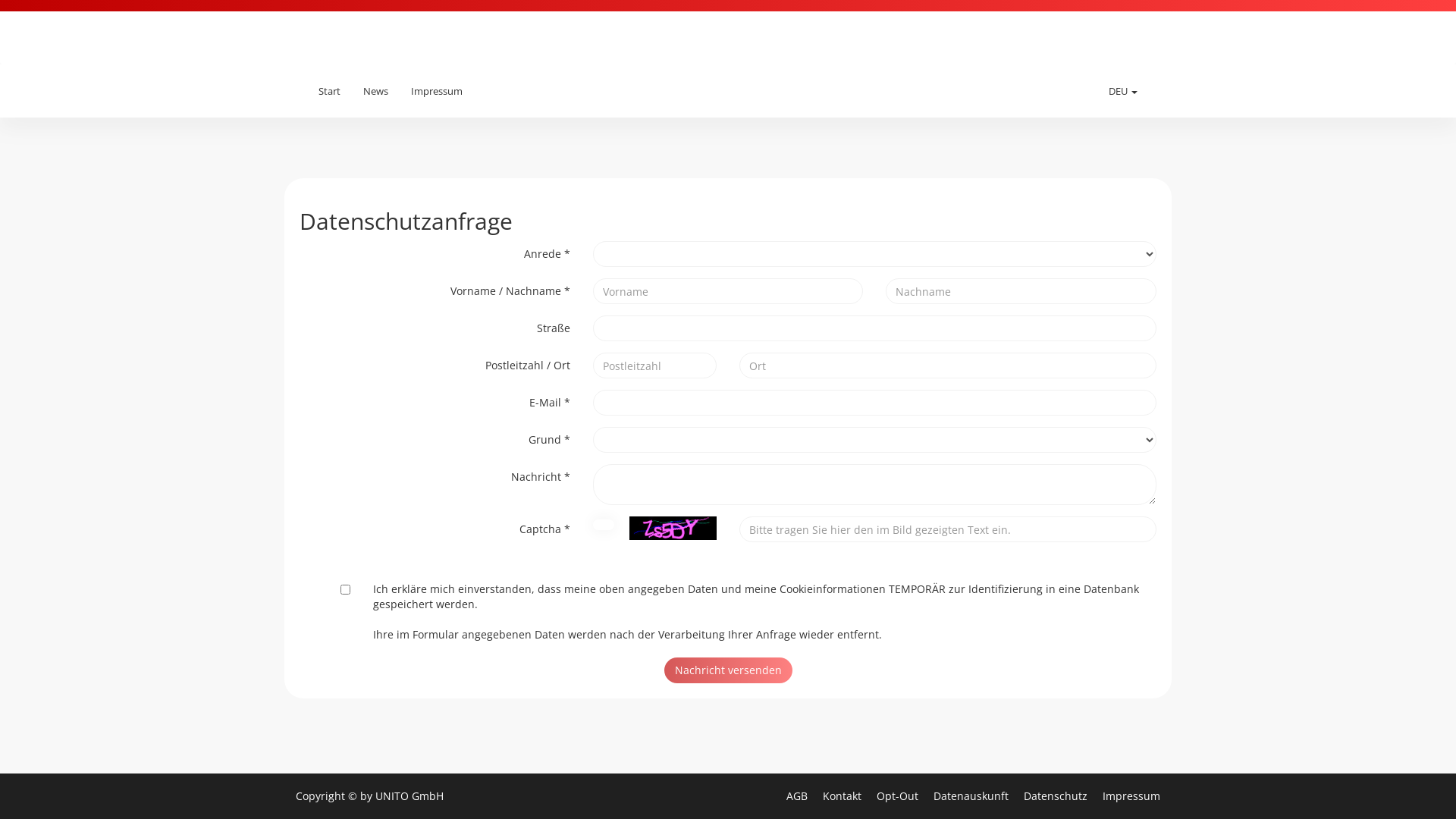 This screenshot has height=819, width=1456. I want to click on 'Datenschutz', so click(1056, 795).